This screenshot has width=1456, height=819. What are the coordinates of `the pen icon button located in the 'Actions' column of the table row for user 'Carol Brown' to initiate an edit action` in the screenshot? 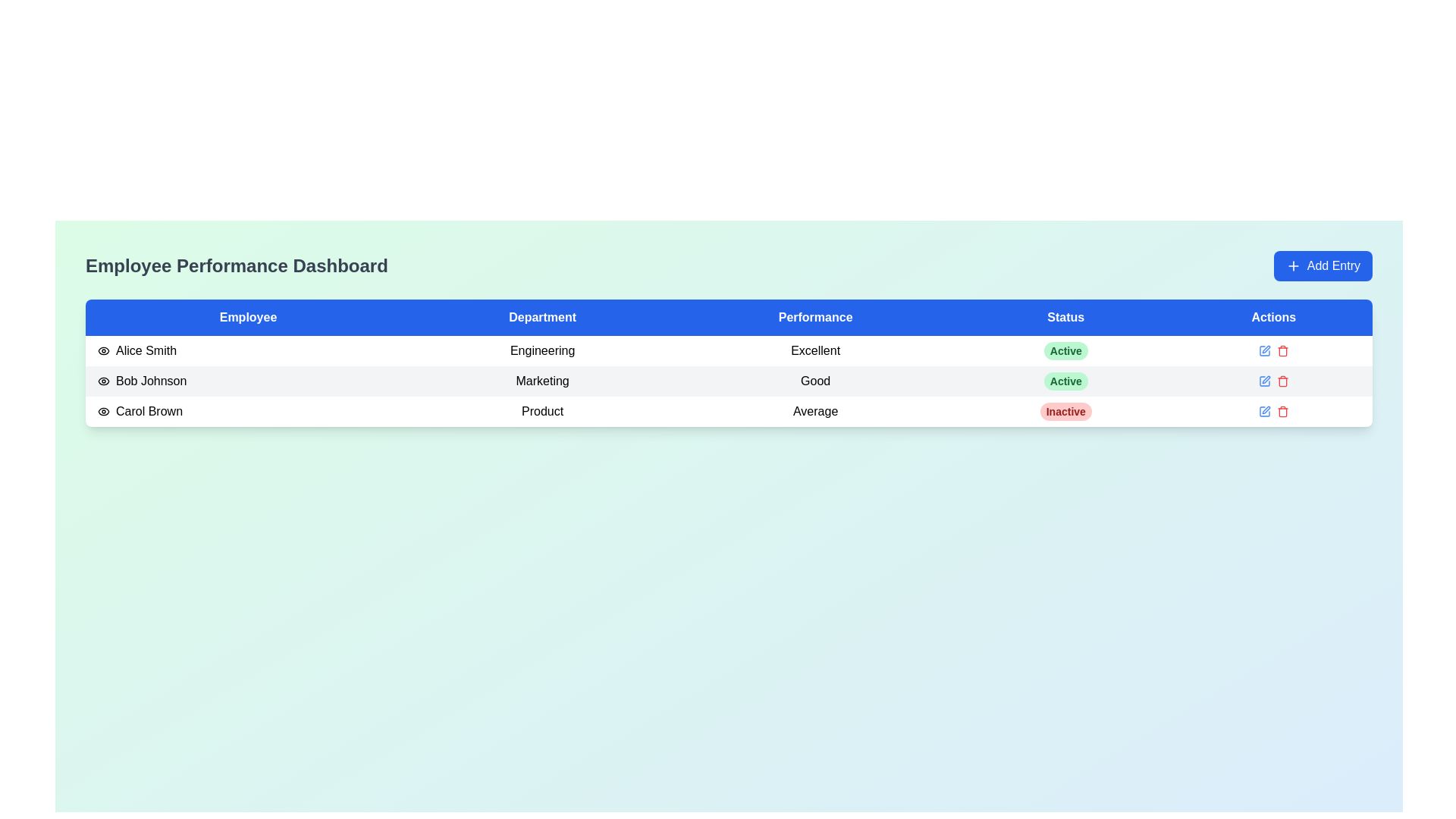 It's located at (1266, 350).